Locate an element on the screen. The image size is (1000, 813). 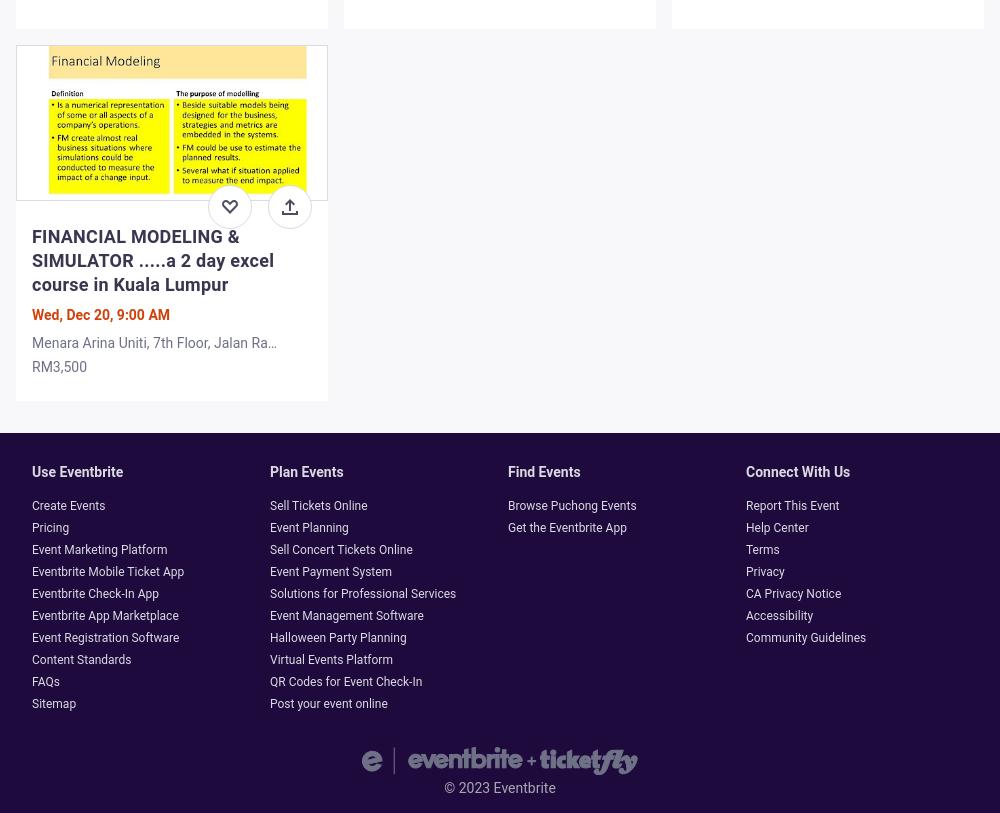
'Eventbrite Check-In App' is located at coordinates (32, 593).